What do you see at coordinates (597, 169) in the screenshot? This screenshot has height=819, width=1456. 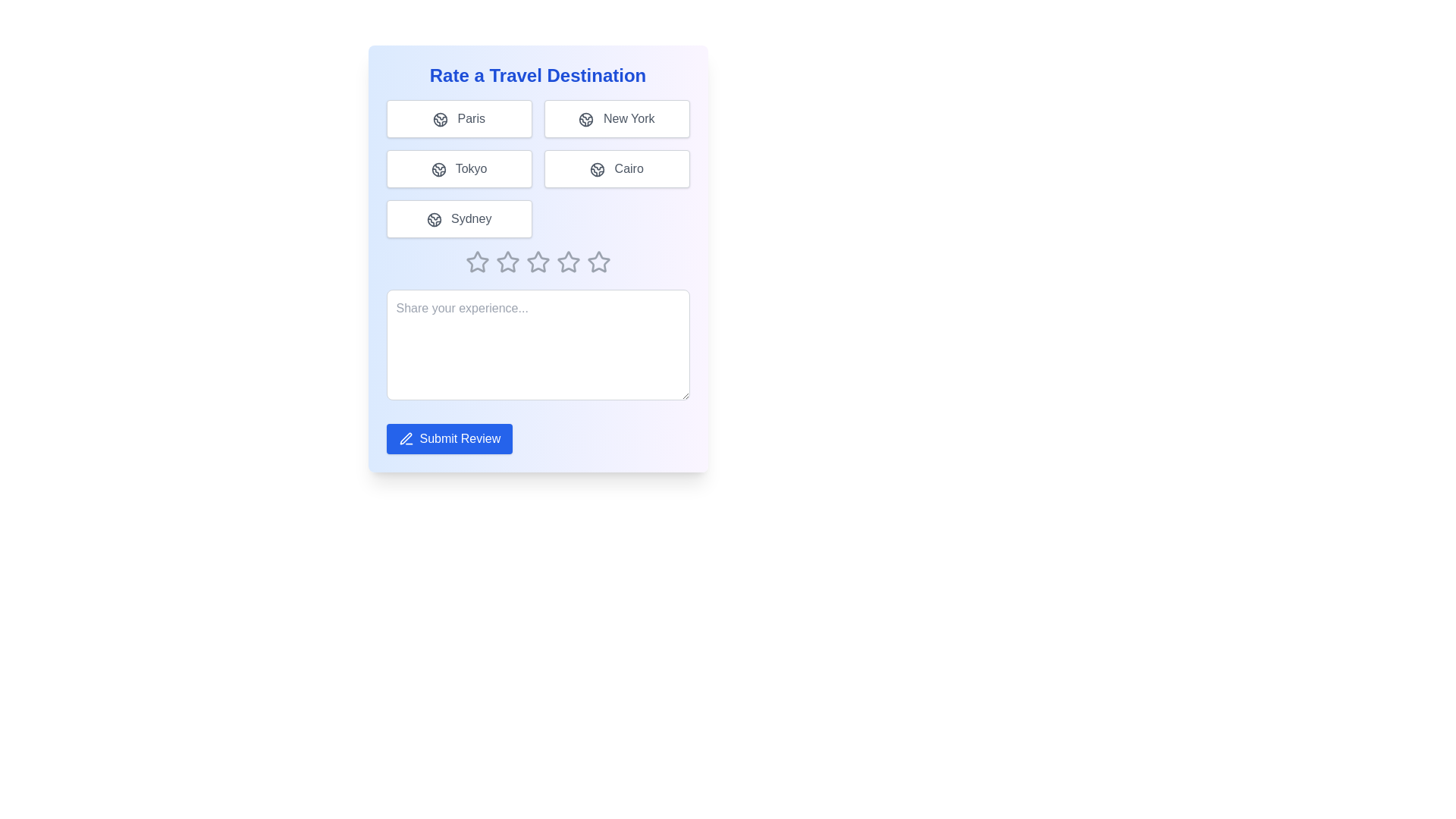 I see `the globe icon with a circular outline representing continents, located to the left of the 'Cairo' text label inside the button for 'Cairo' at the top-right corner of the travel destinations grid` at bounding box center [597, 169].